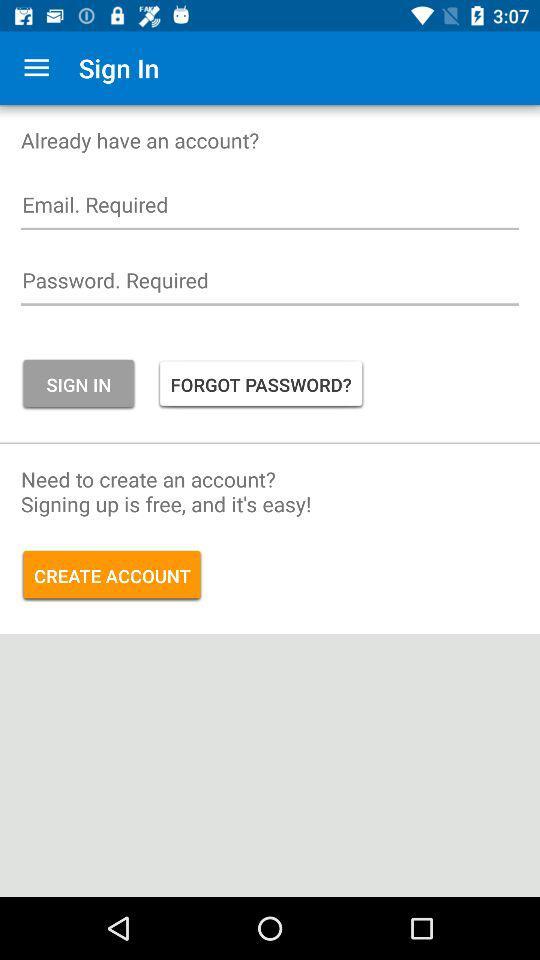  I want to click on the forgot password? item, so click(261, 383).